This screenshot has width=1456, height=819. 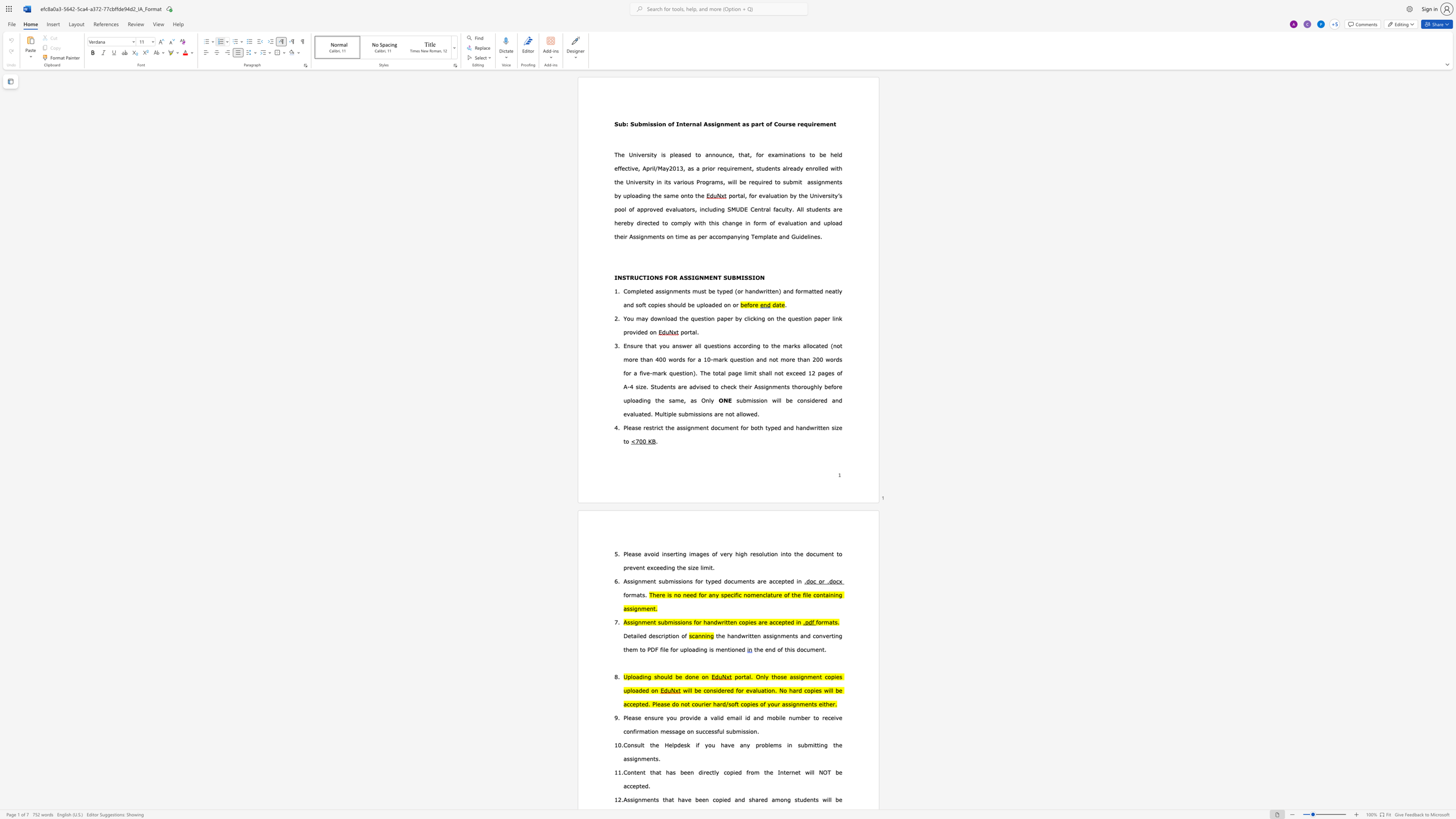 What do you see at coordinates (713, 594) in the screenshot?
I see `the 3th character "n" in the text` at bounding box center [713, 594].